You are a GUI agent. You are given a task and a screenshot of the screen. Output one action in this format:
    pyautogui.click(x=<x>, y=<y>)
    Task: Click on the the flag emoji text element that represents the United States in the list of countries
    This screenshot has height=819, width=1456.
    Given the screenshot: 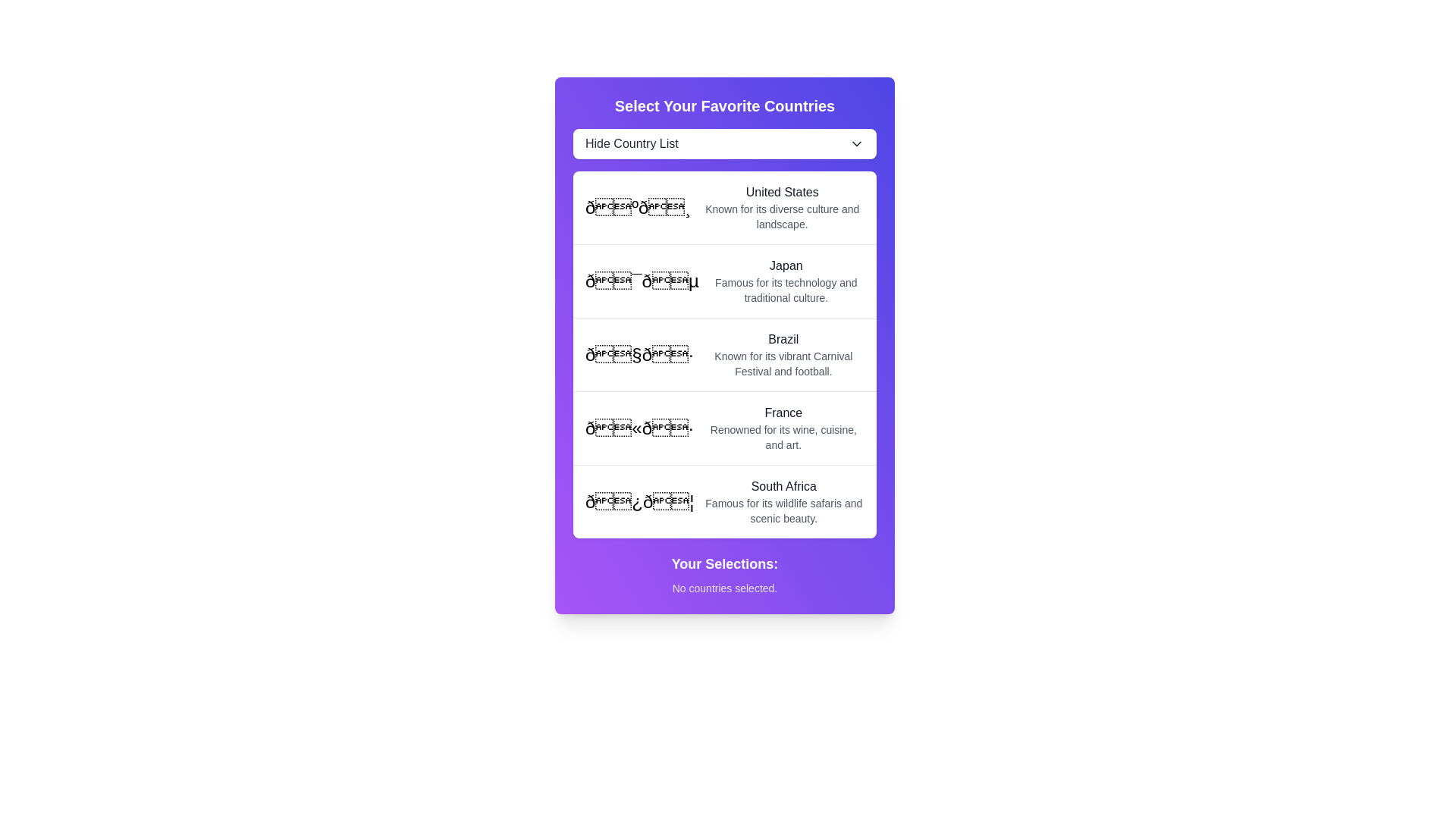 What is the action you would take?
    pyautogui.click(x=638, y=207)
    